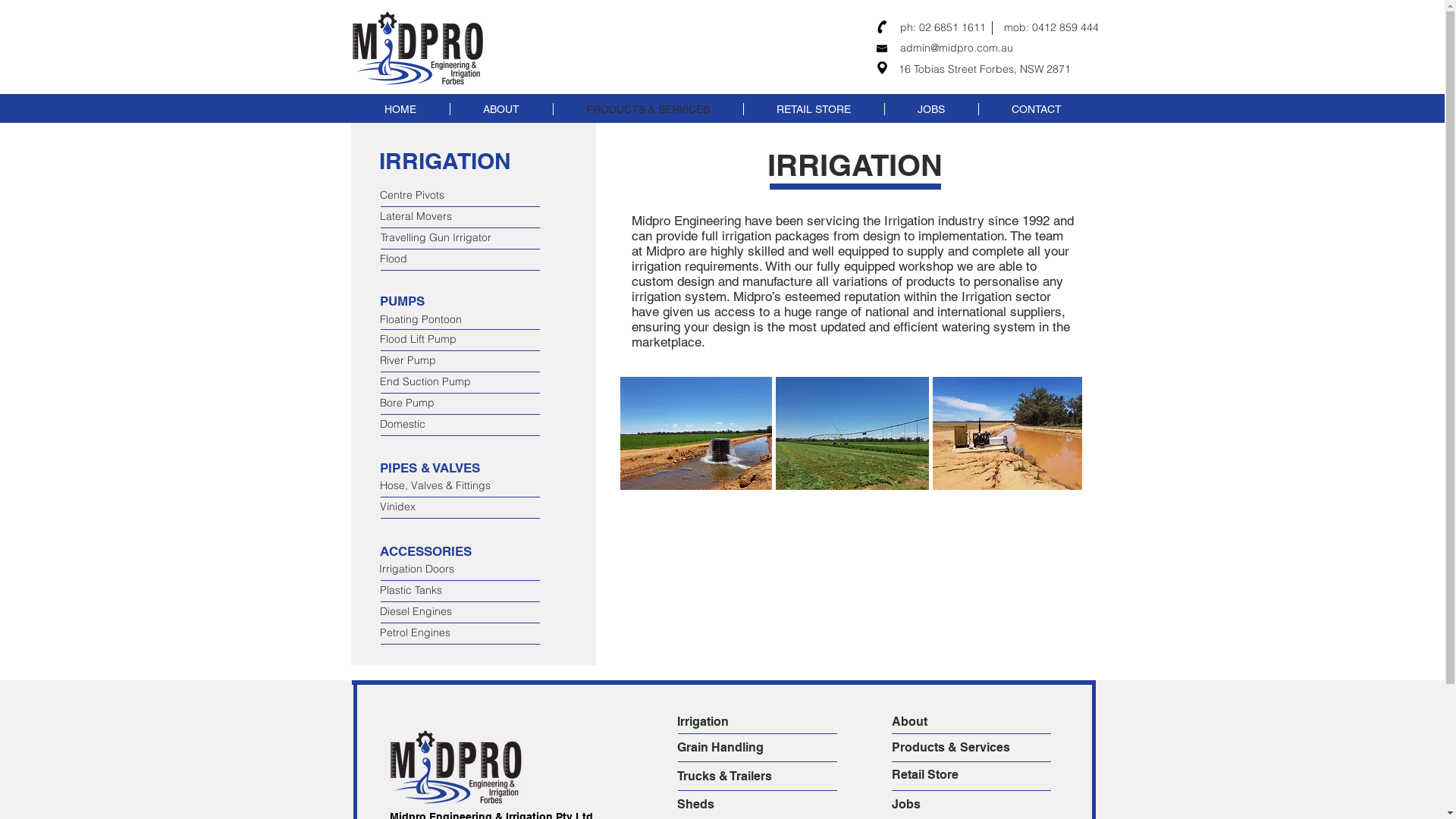 This screenshot has height=819, width=1456. Describe the element at coordinates (407, 361) in the screenshot. I see `'River Pump'` at that location.